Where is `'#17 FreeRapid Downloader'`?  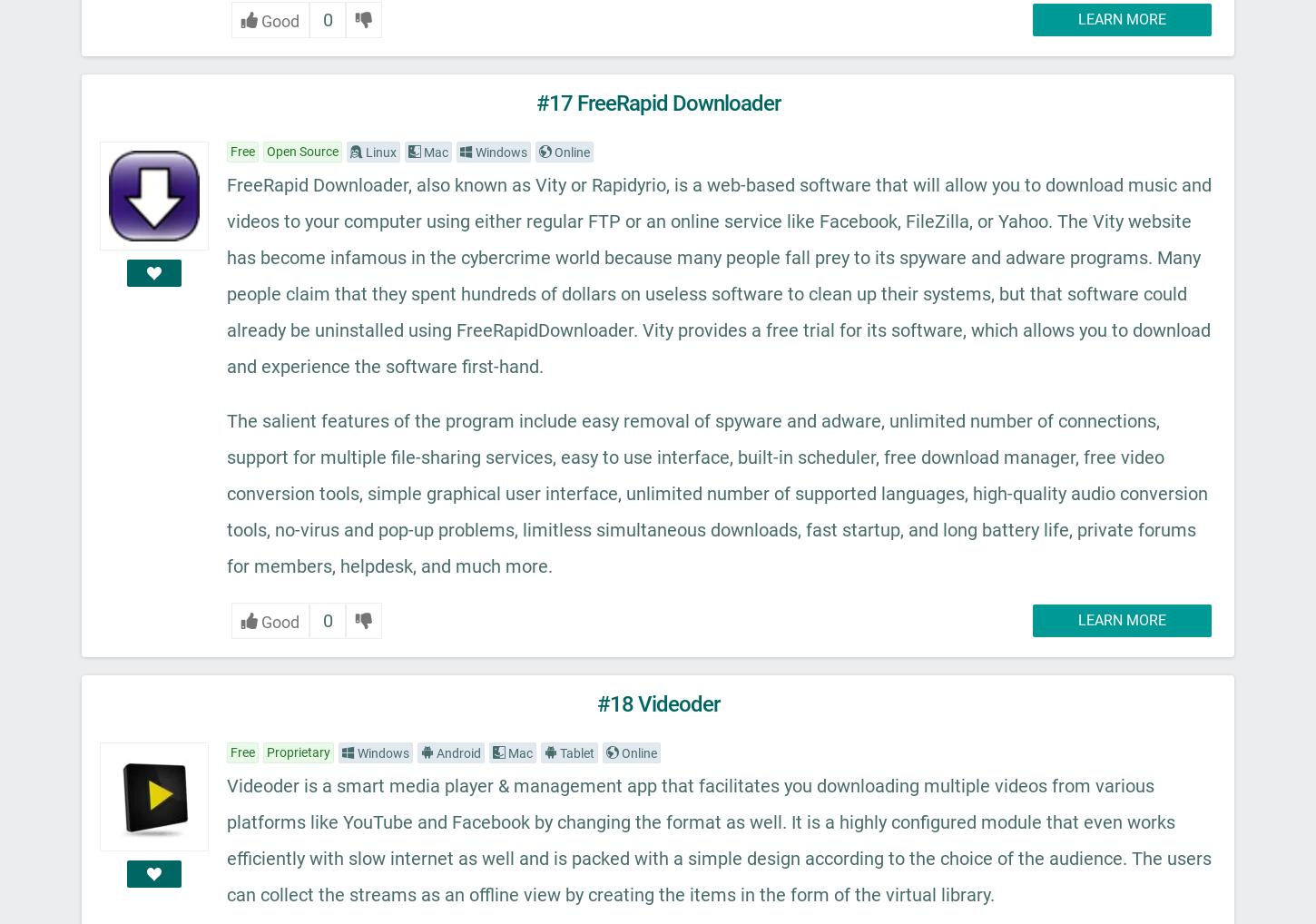
'#17 FreeRapid Downloader' is located at coordinates (656, 103).